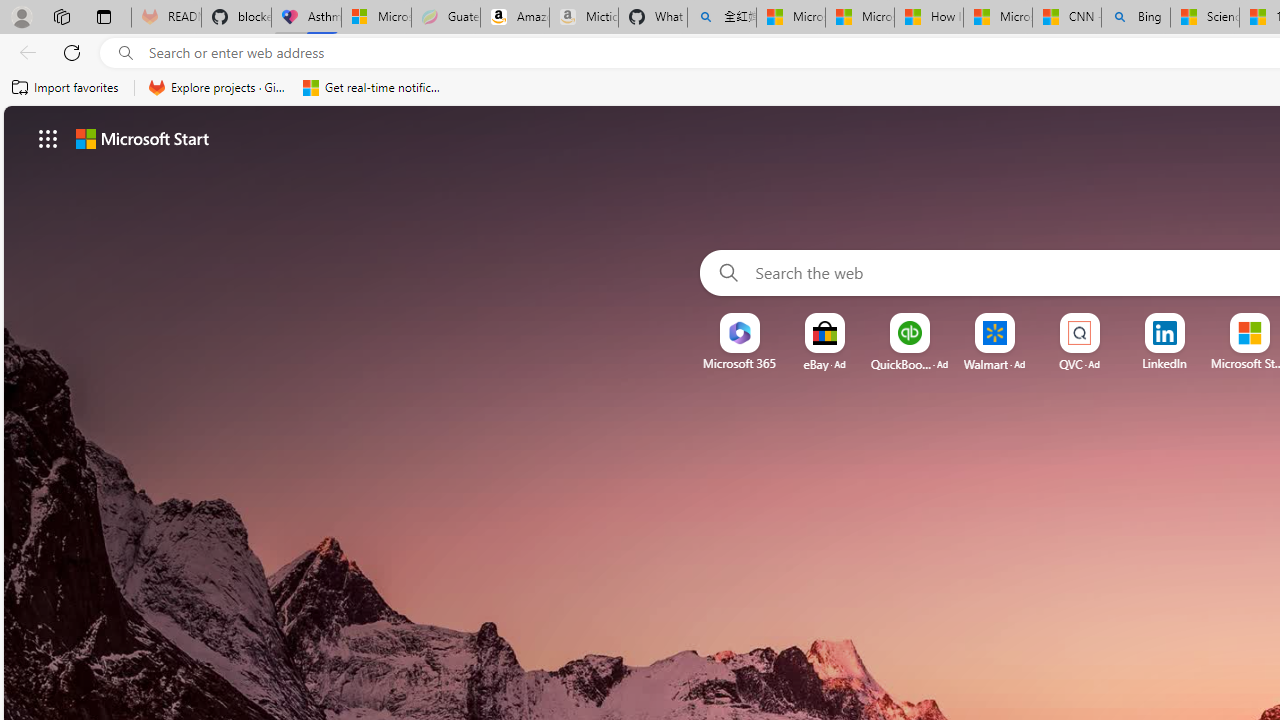 The height and width of the screenshot is (720, 1280). Describe the element at coordinates (141, 137) in the screenshot. I see `'Microsoft start'` at that location.